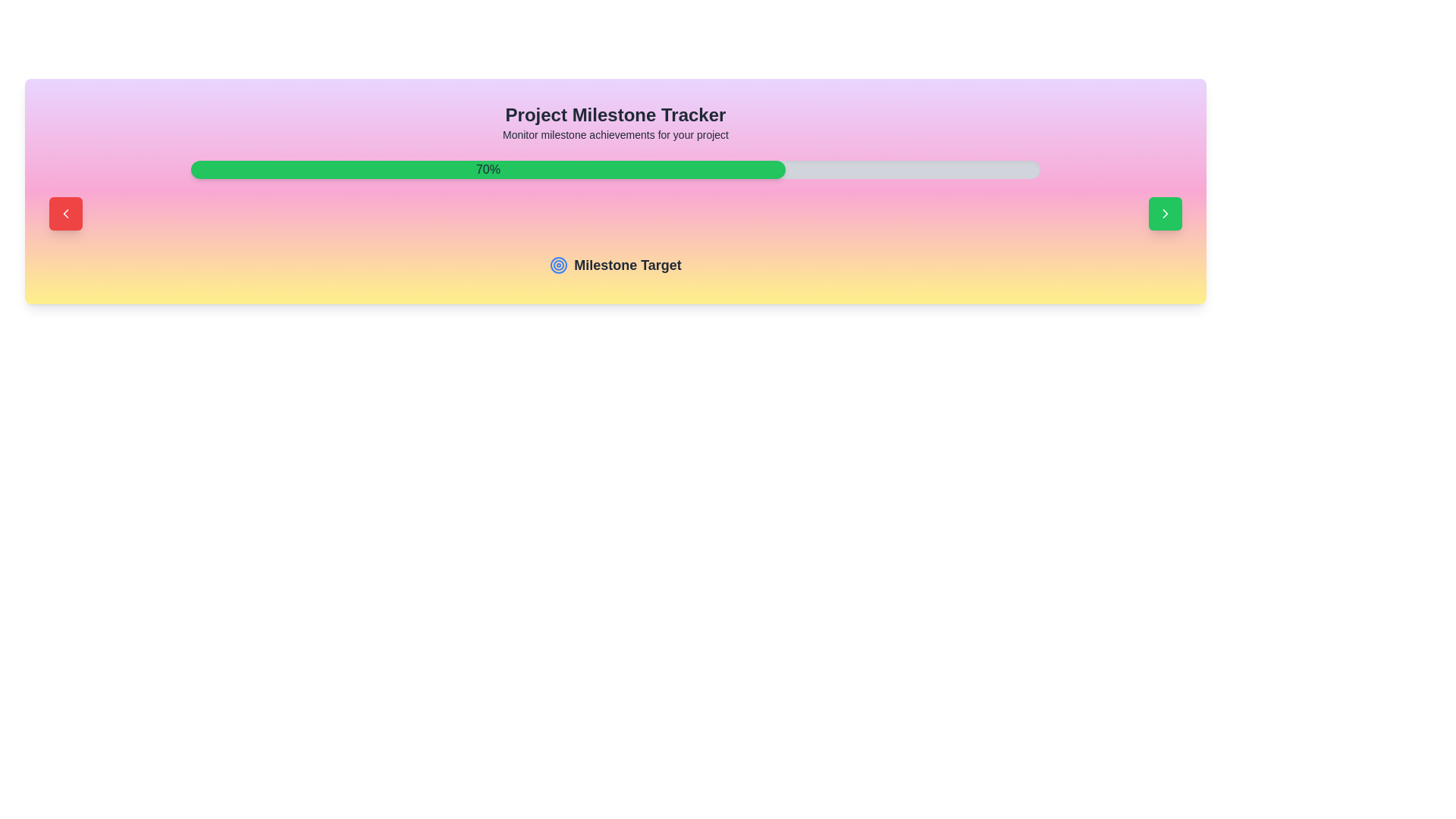 The height and width of the screenshot is (819, 1456). What do you see at coordinates (558, 265) in the screenshot?
I see `the outermost circle of the target icon, which is styled as an outline and located below the progress indicator near the 'Milestone Target' label` at bounding box center [558, 265].